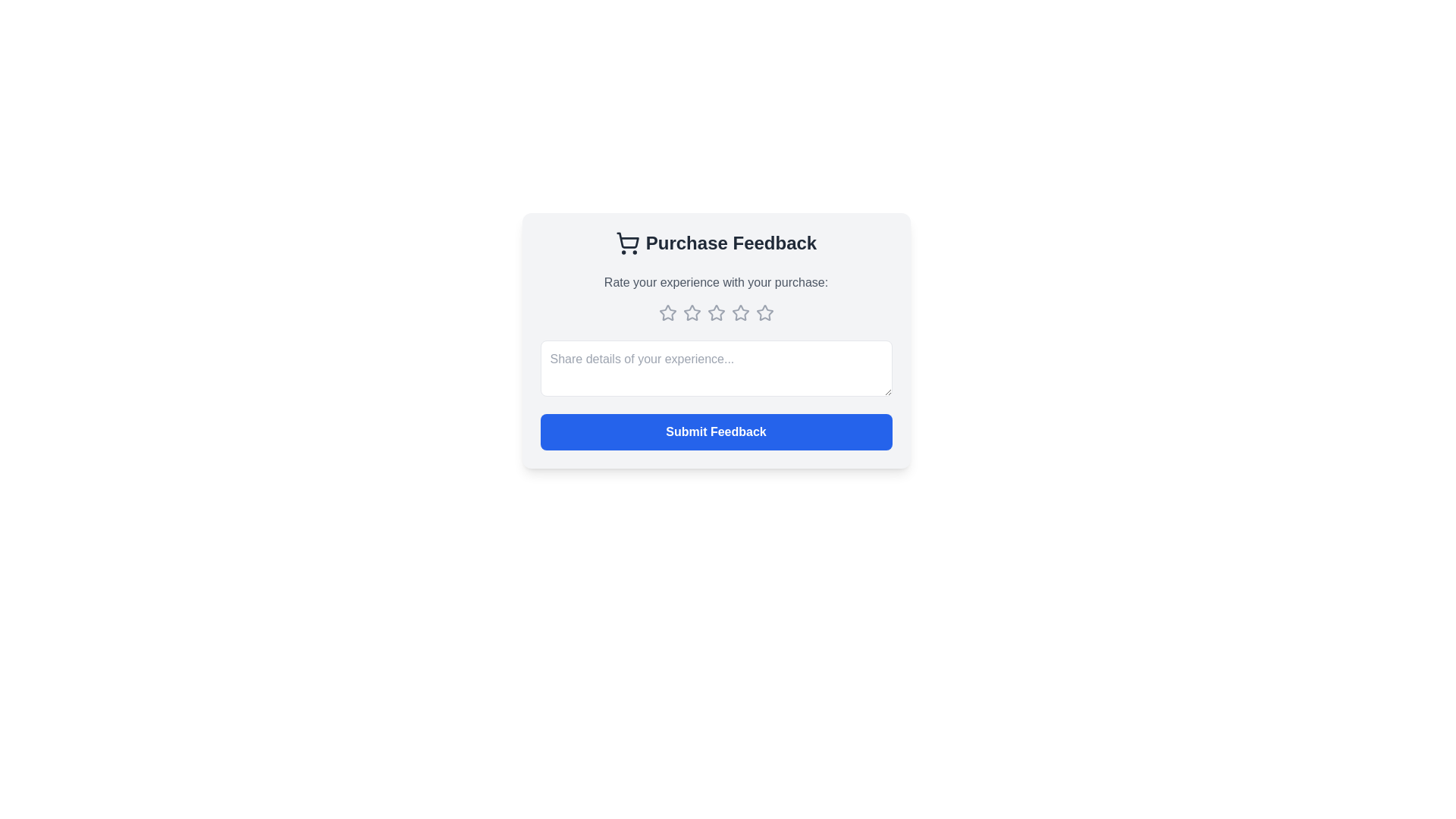 This screenshot has height=819, width=1456. Describe the element at coordinates (627, 242) in the screenshot. I see `the shopping cart decorative icon, which is styled with a black stroke and positioned to the left of the 'Purchase Feedback' text` at that location.